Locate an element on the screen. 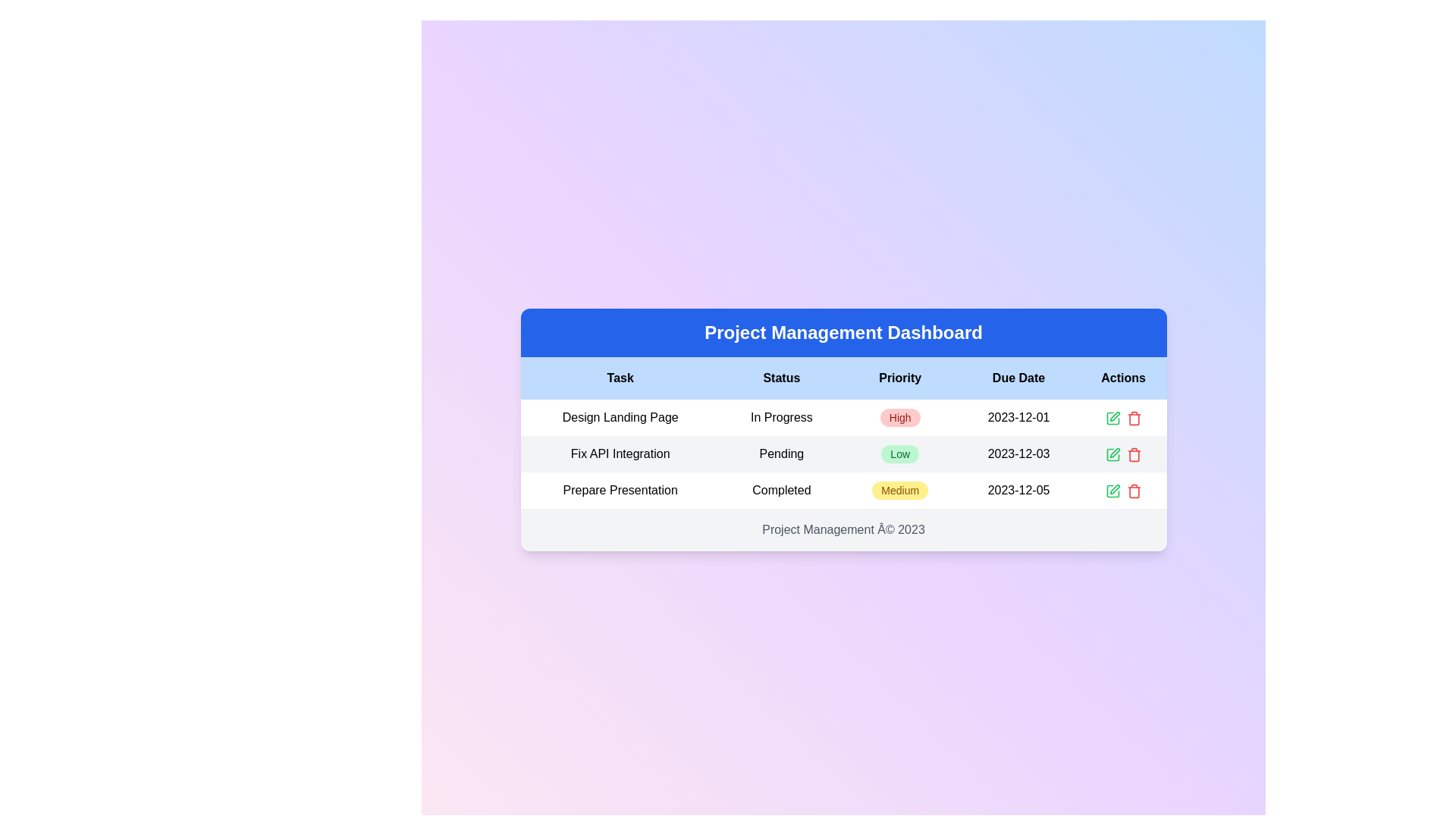 The image size is (1456, 819). the priority level label located in the 'Priority' column of the 'Fix API Integration' row in the 'Project Management Dashboard' table is located at coordinates (900, 453).